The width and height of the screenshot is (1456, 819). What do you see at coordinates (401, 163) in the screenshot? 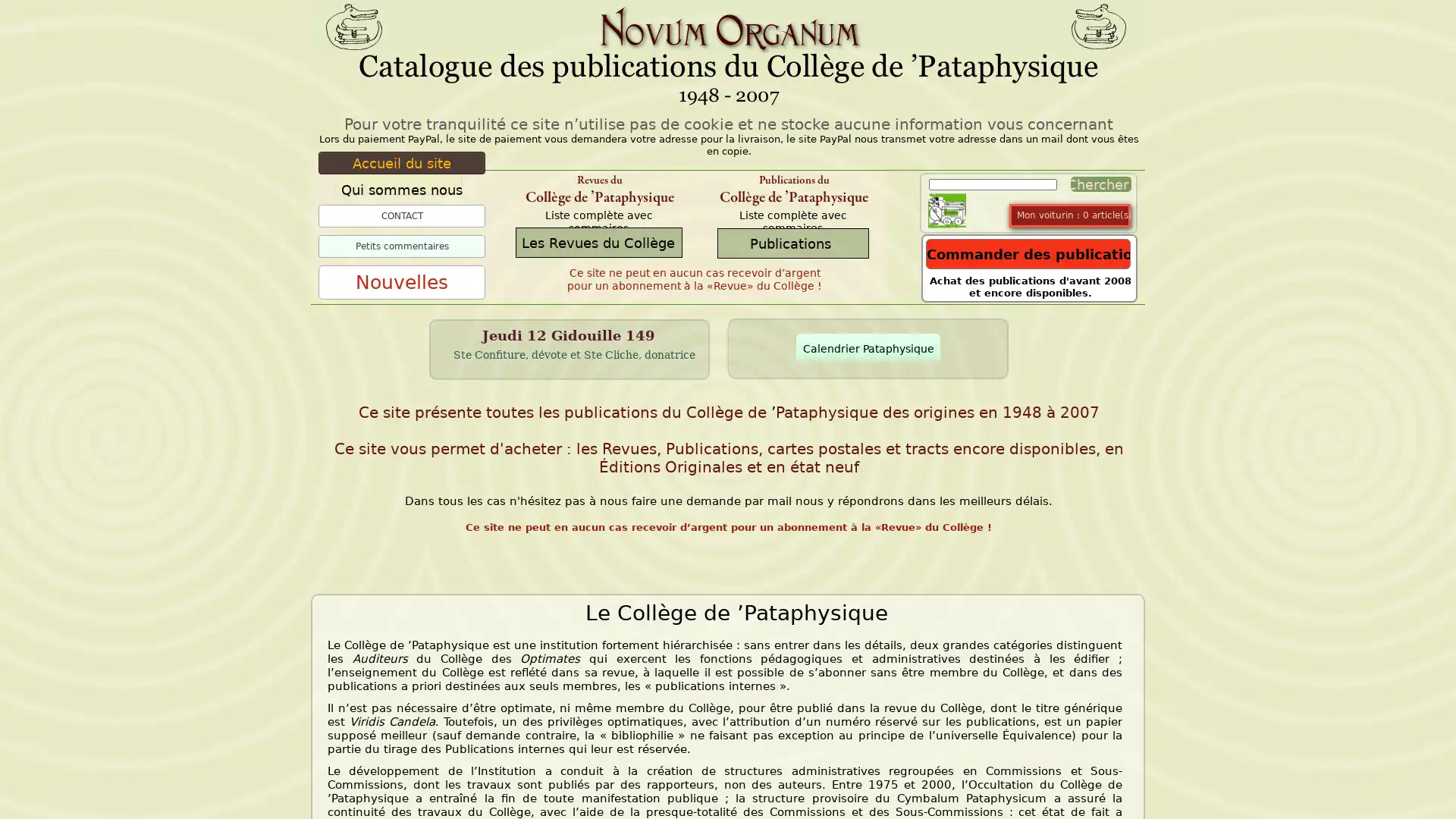
I see `Accueil du site` at bounding box center [401, 163].